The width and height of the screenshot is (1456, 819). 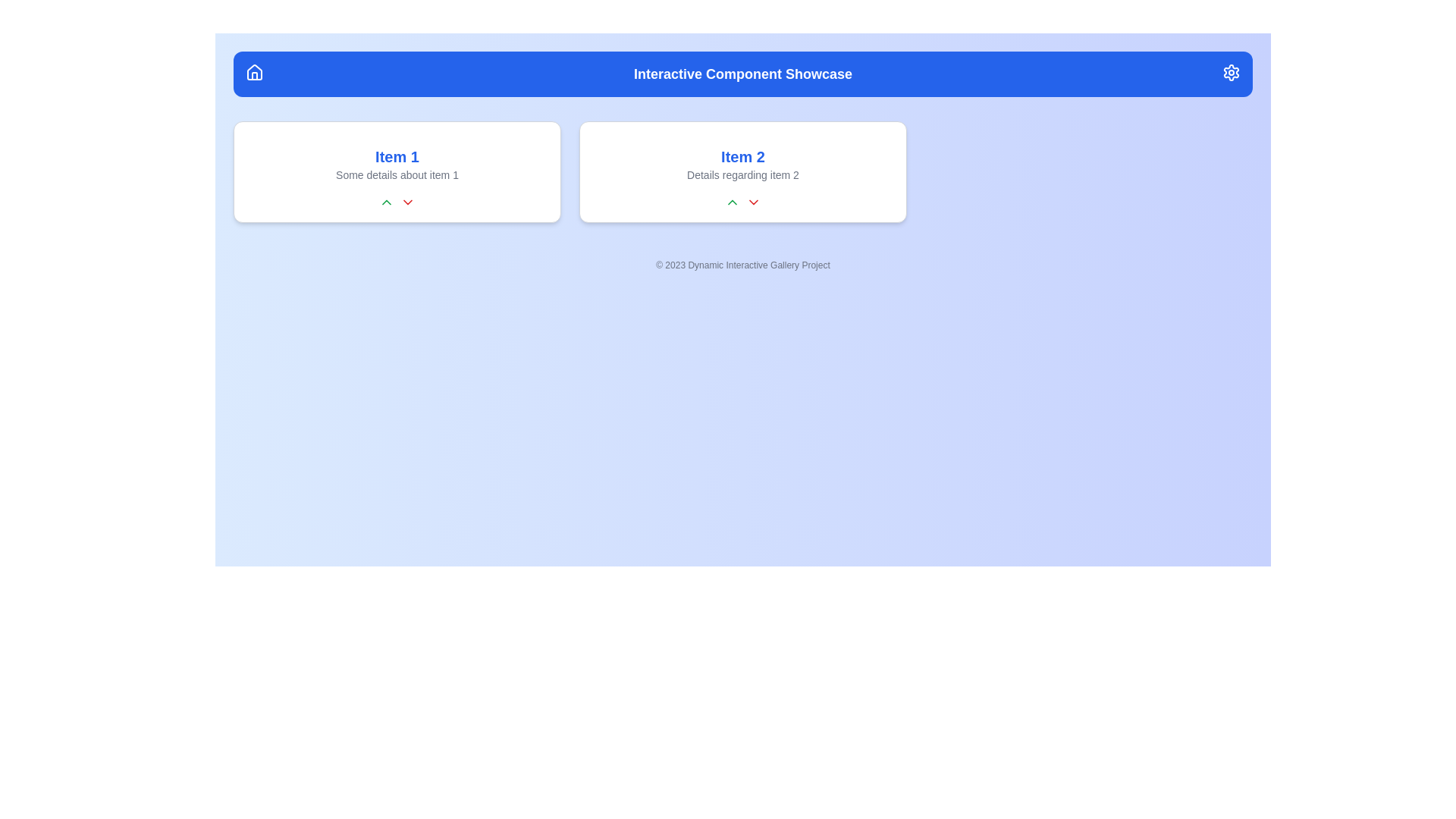 I want to click on the 'expand' icon button located within the card labeled 'Item 1', positioned below the descriptive text and to the left of a red downward-pointing chevron icon, so click(x=732, y=201).